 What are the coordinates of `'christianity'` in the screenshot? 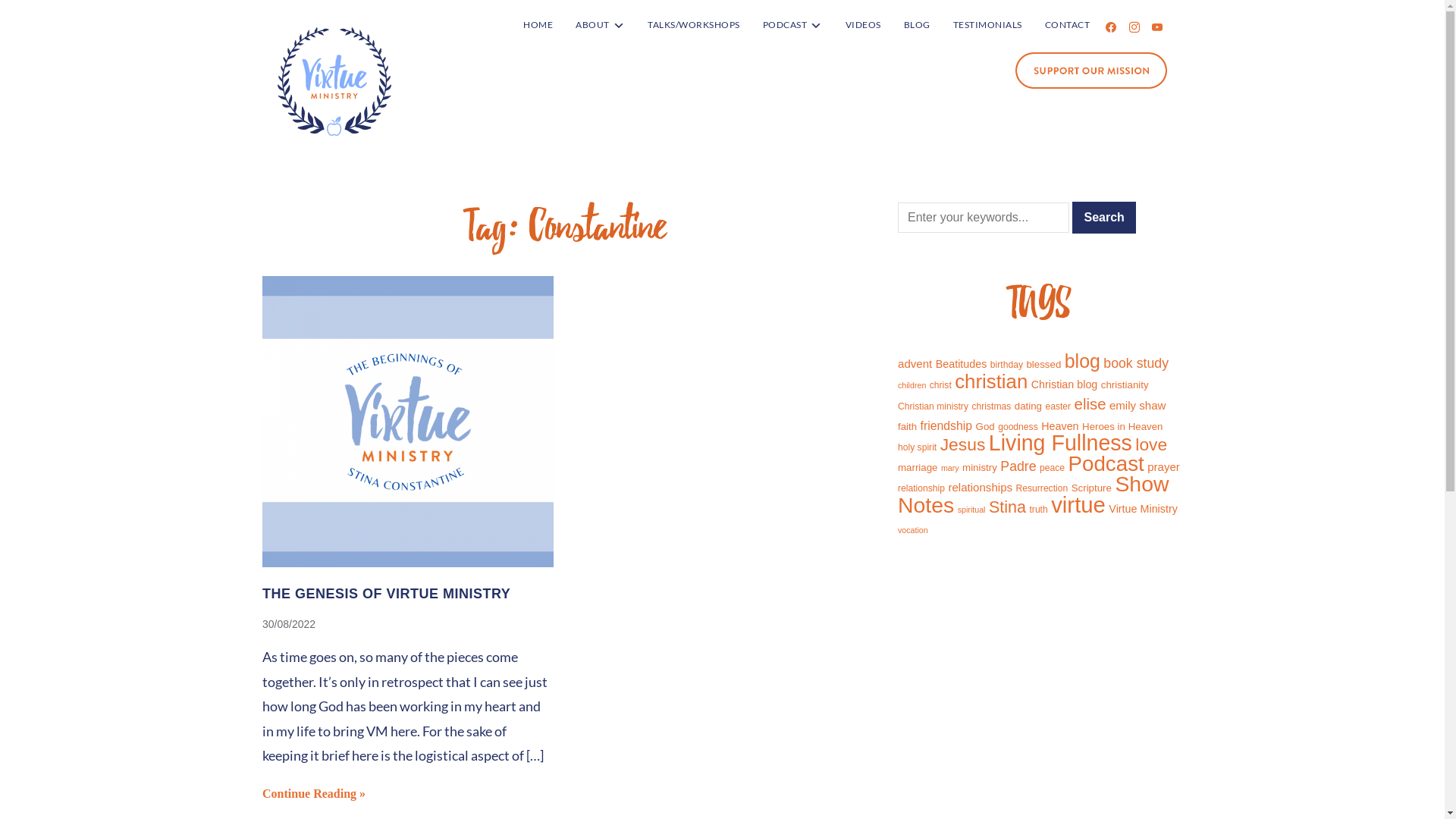 It's located at (1125, 384).